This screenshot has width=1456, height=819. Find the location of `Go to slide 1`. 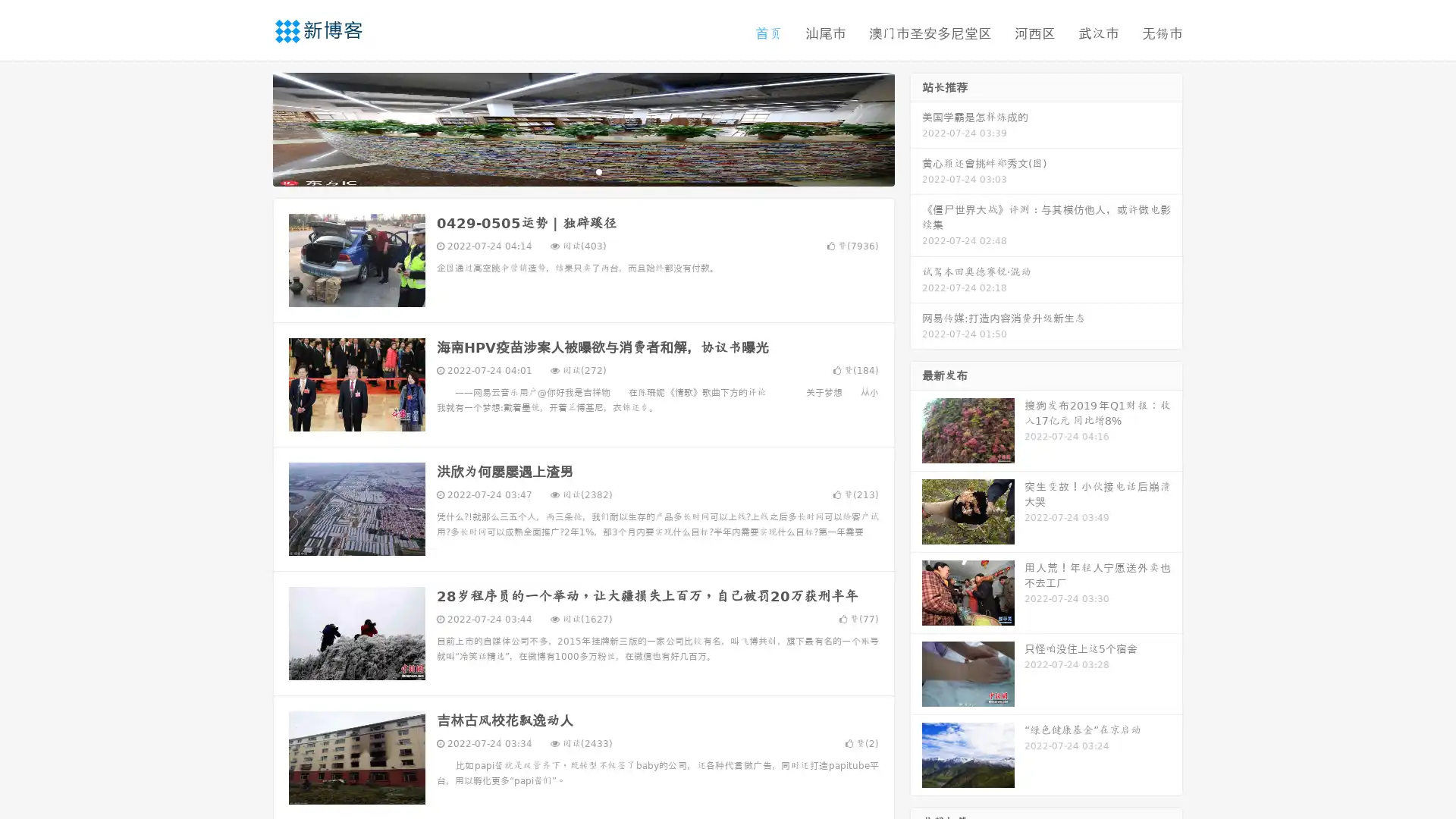

Go to slide 1 is located at coordinates (567, 171).